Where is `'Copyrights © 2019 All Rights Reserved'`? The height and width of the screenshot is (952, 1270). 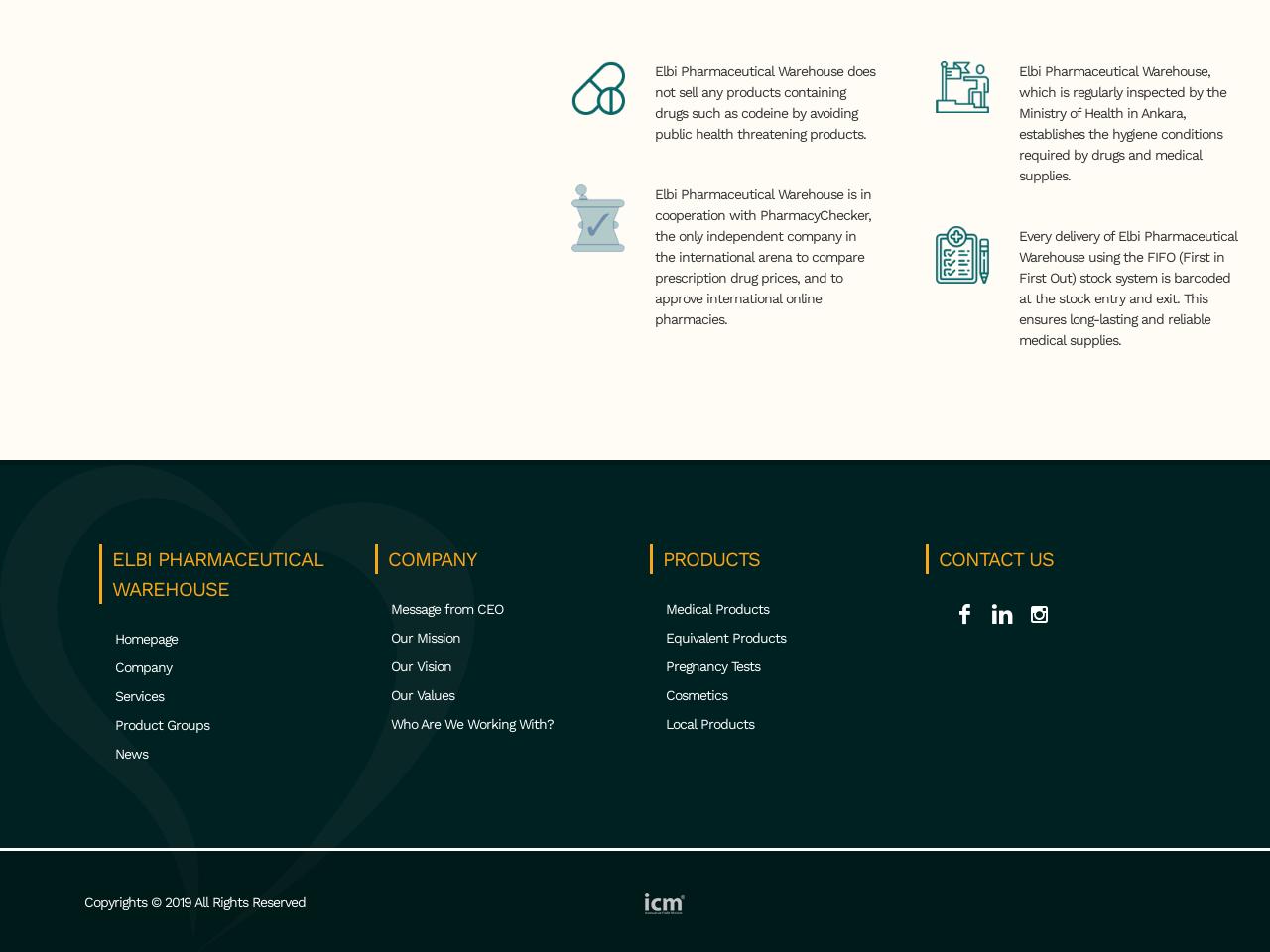
'Copyrights © 2019 All Rights Reserved' is located at coordinates (82, 901).